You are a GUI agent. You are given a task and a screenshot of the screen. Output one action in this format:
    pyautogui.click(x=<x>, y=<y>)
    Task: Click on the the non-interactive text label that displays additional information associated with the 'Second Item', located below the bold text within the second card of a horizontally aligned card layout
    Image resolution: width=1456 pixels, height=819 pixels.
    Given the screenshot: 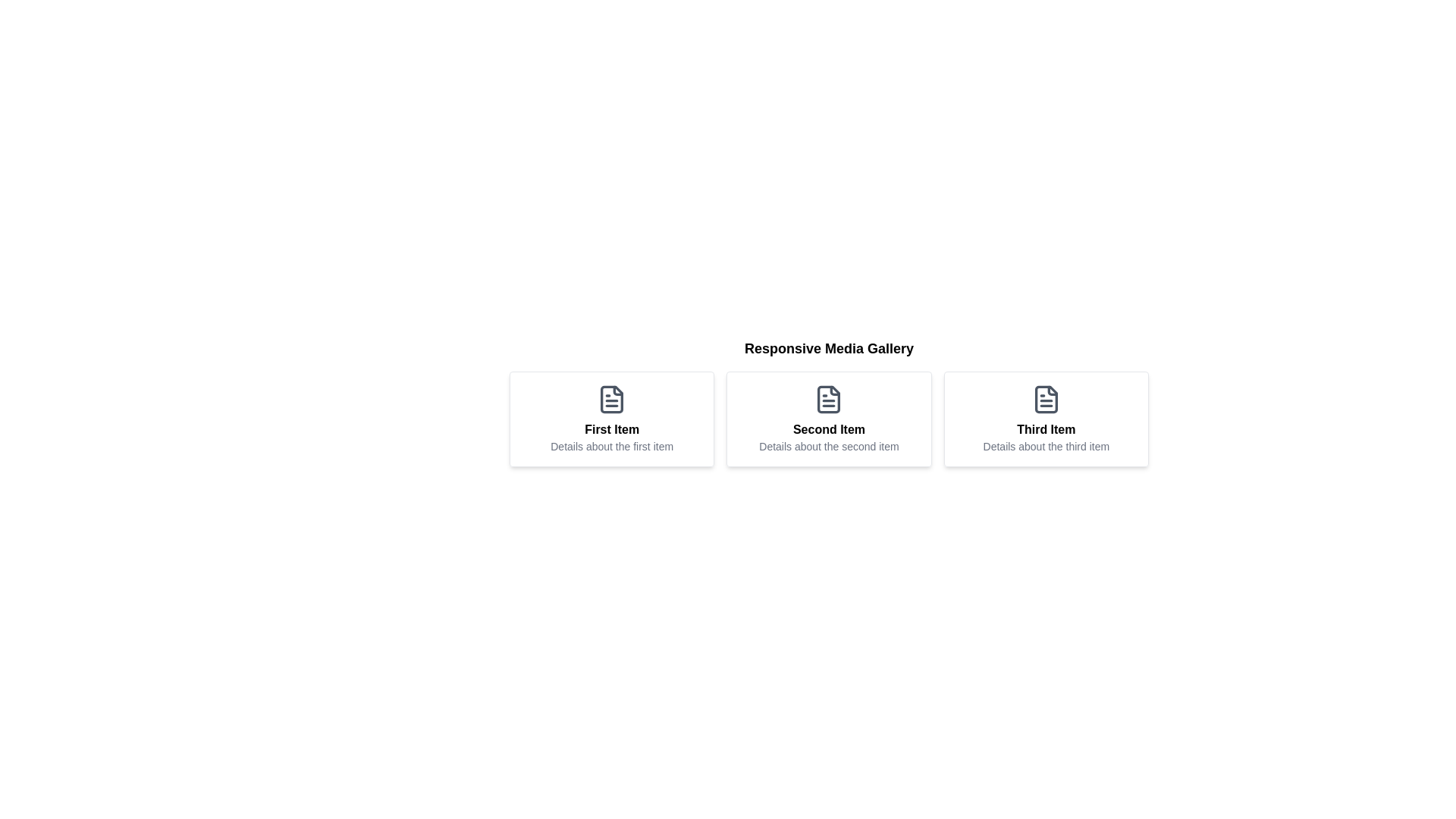 What is the action you would take?
    pyautogui.click(x=828, y=446)
    